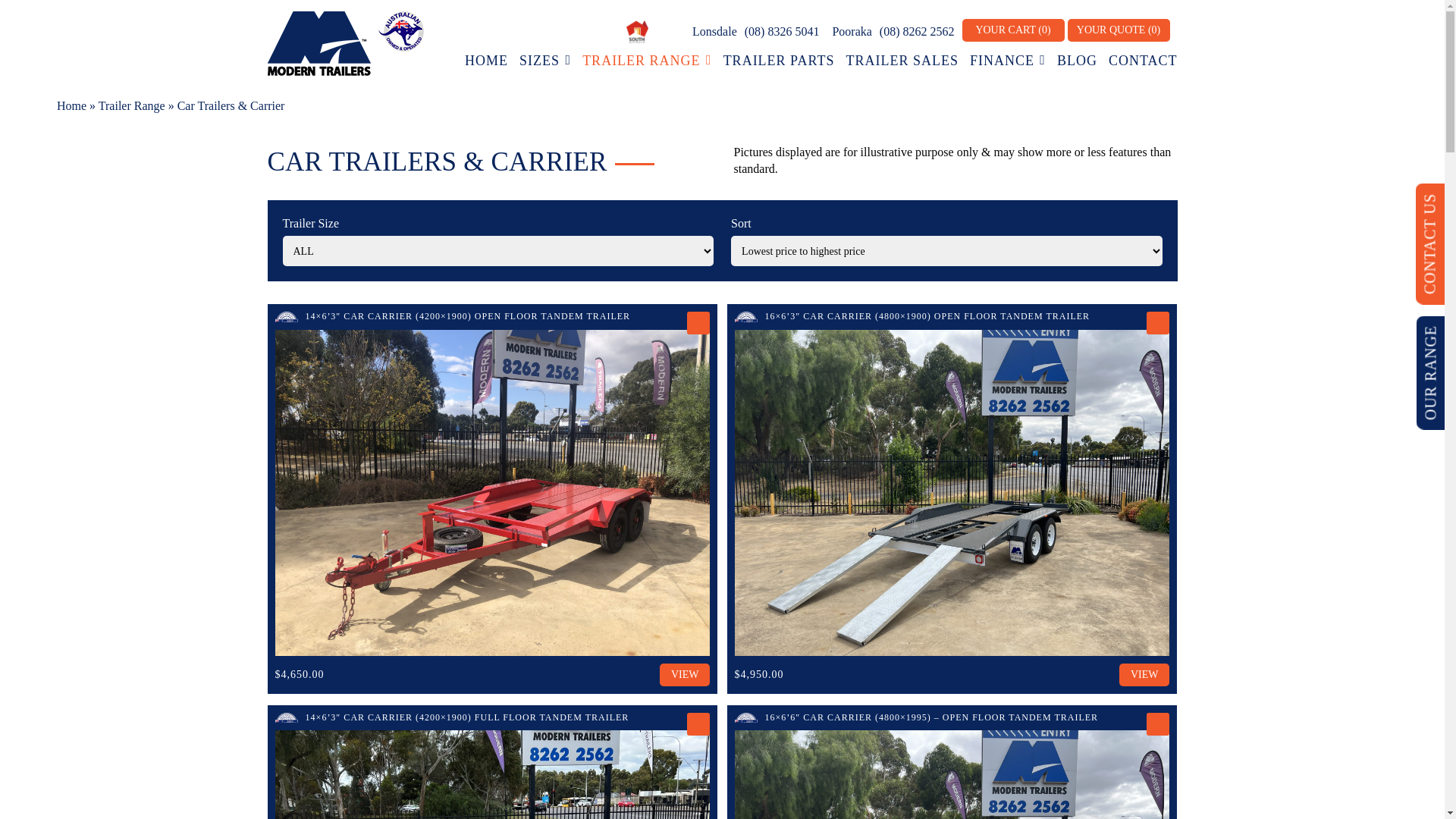 The image size is (1456, 819). Describe the element at coordinates (1143, 60) in the screenshot. I see `'CONTACT'` at that location.